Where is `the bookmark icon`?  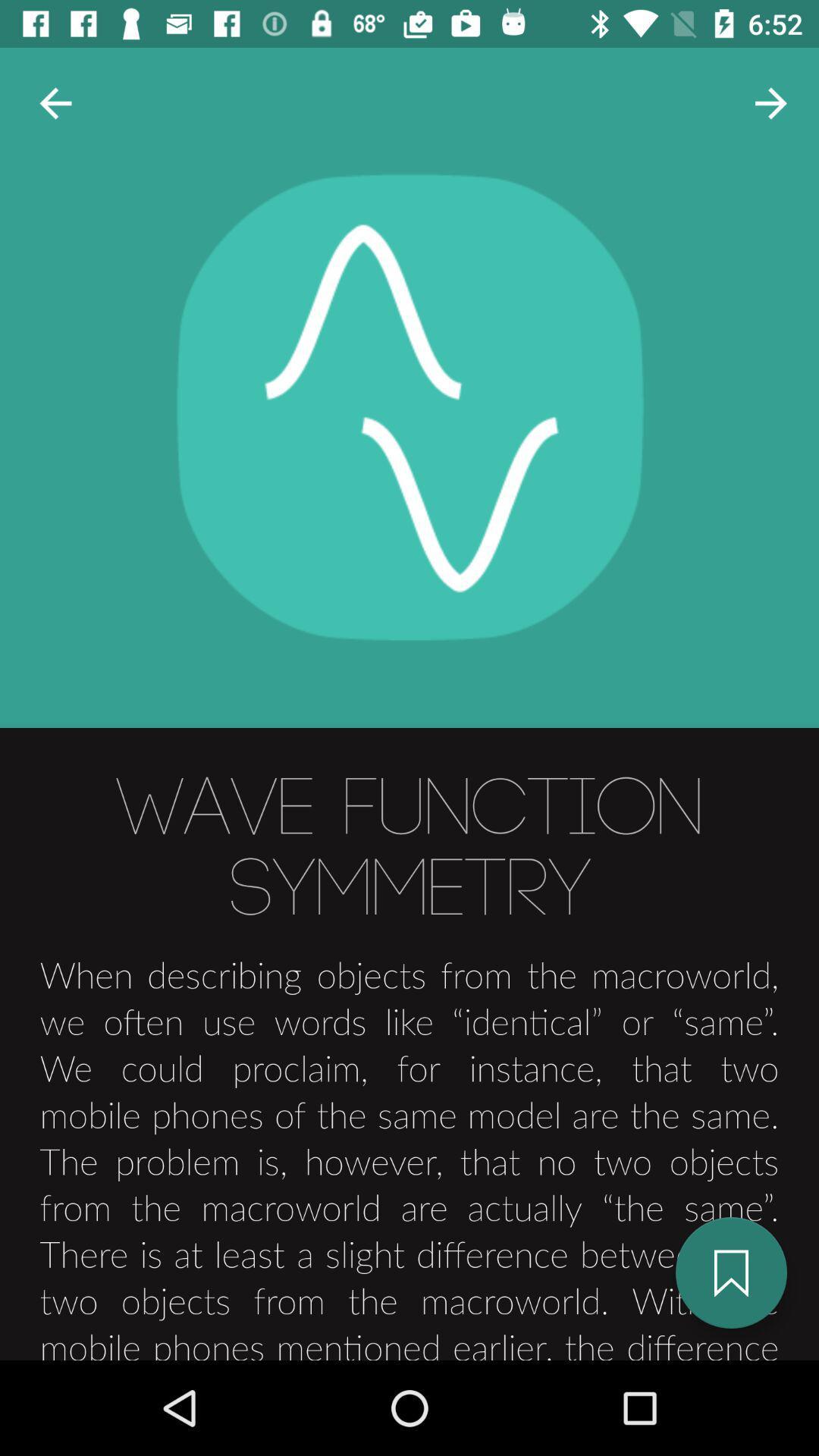
the bookmark icon is located at coordinates (730, 1272).